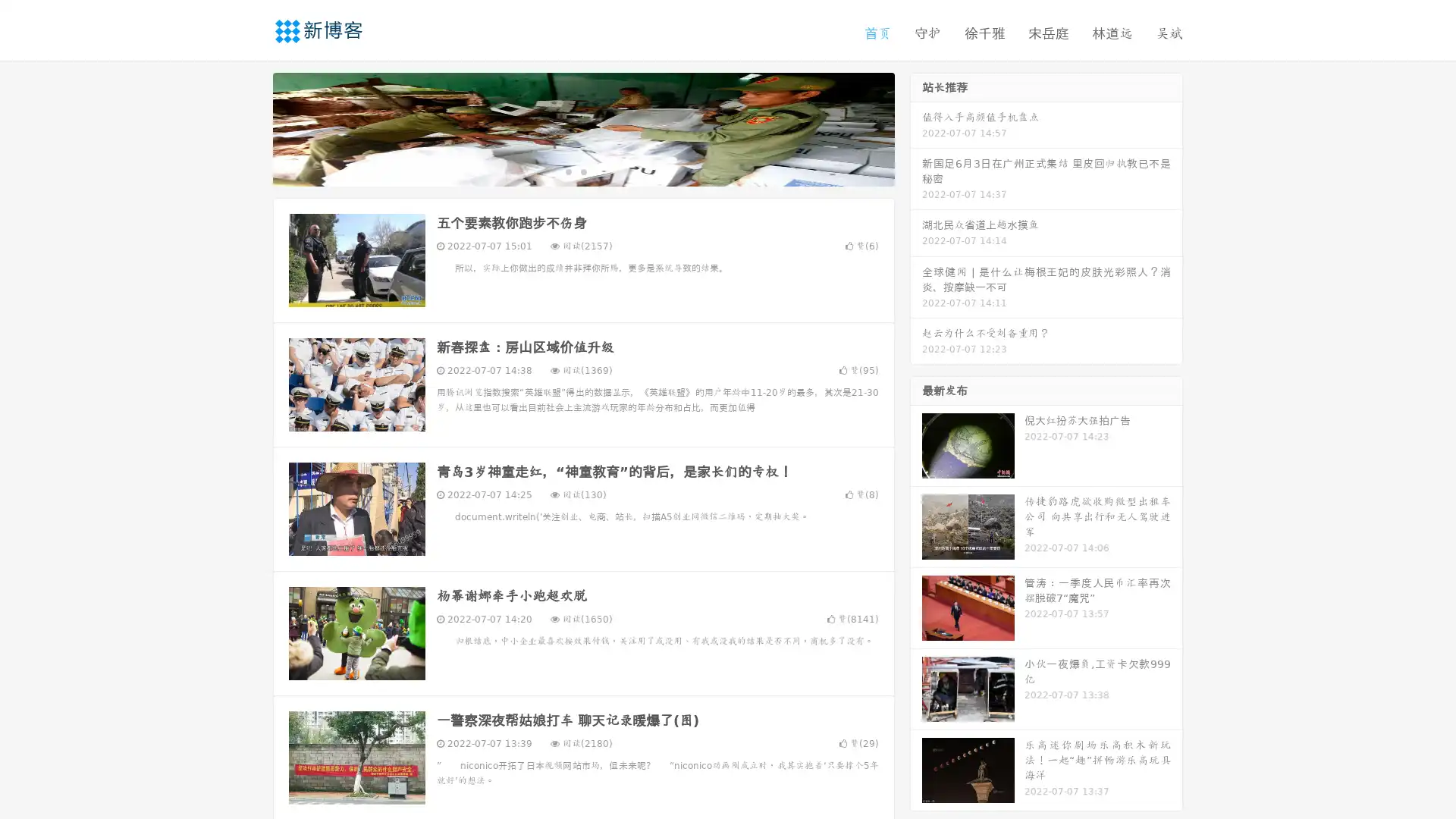 Image resolution: width=1456 pixels, height=819 pixels. Describe the element at coordinates (250, 127) in the screenshot. I see `Previous slide` at that location.